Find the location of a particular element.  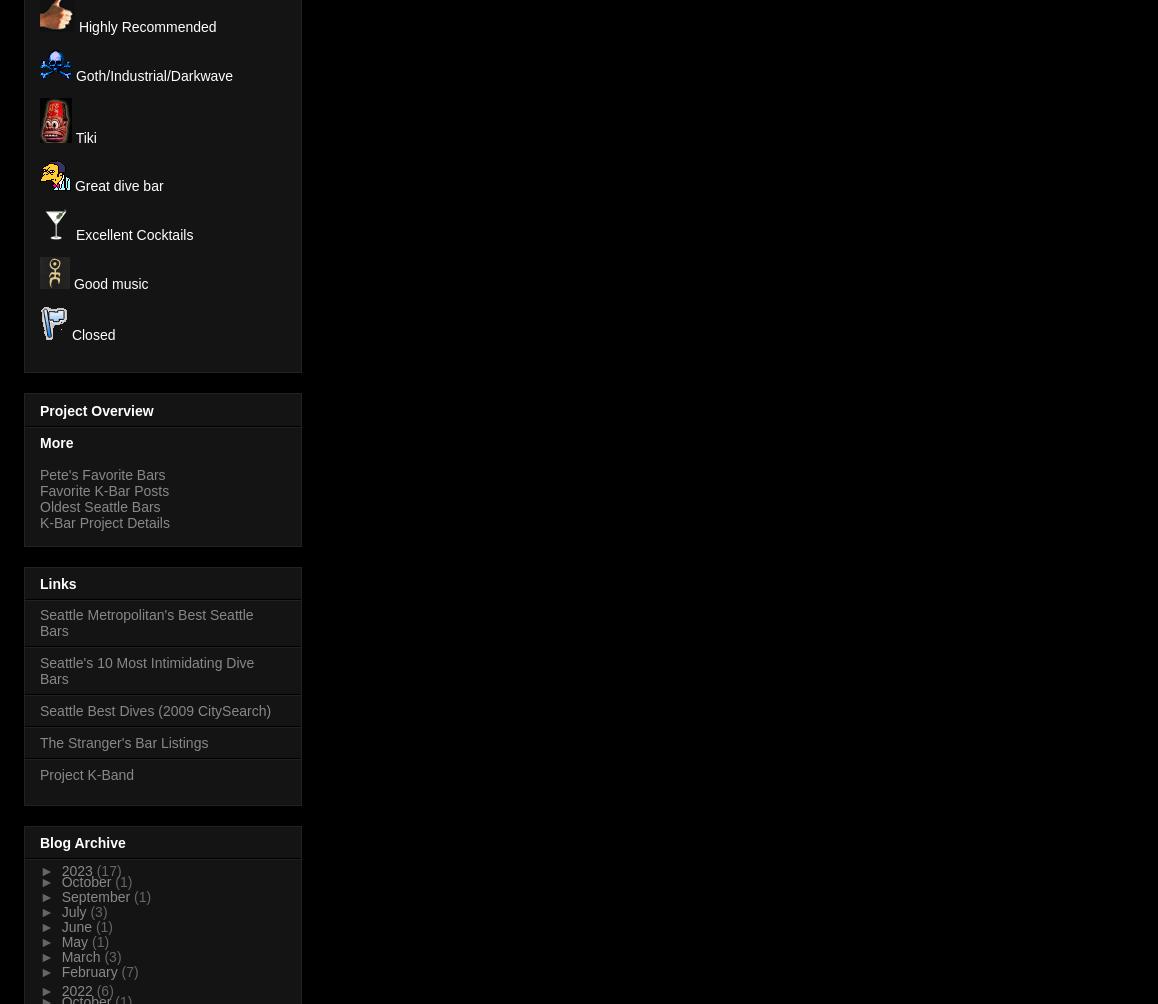

'K-Bar Project Details' is located at coordinates (104, 521).